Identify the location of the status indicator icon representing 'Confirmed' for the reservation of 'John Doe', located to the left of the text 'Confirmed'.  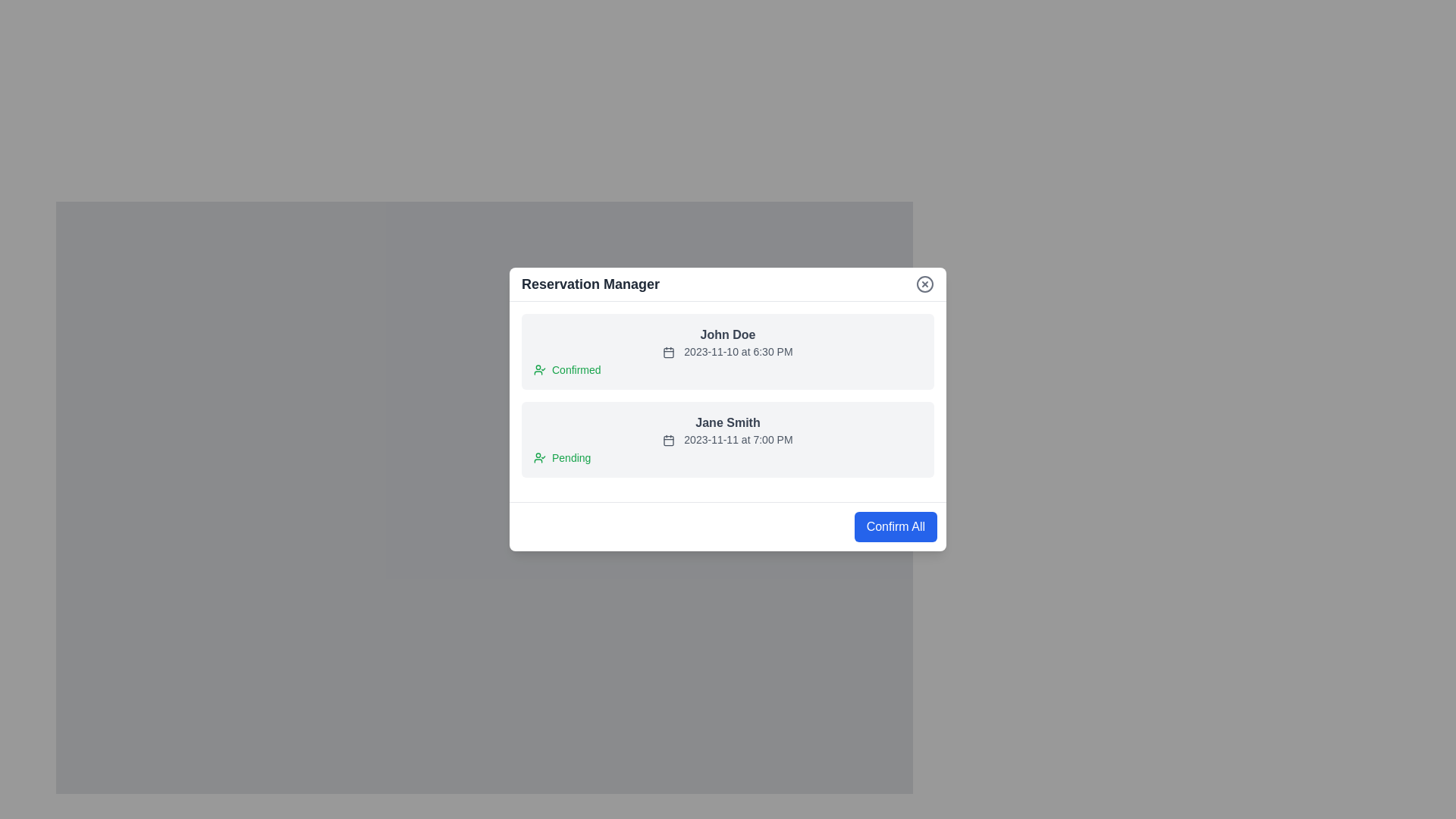
(539, 370).